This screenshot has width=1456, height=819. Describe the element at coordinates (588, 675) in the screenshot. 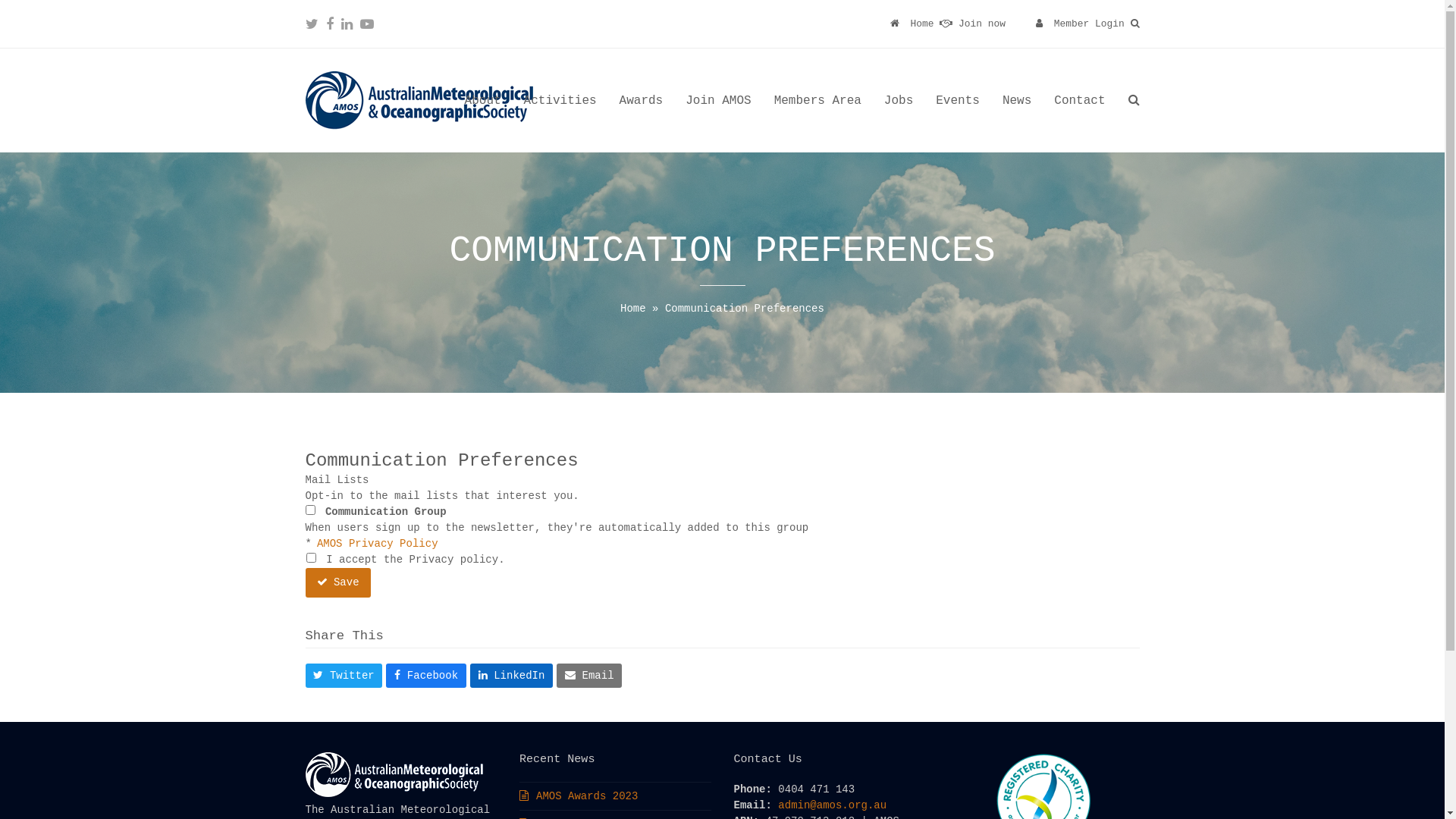

I see `'Email'` at that location.